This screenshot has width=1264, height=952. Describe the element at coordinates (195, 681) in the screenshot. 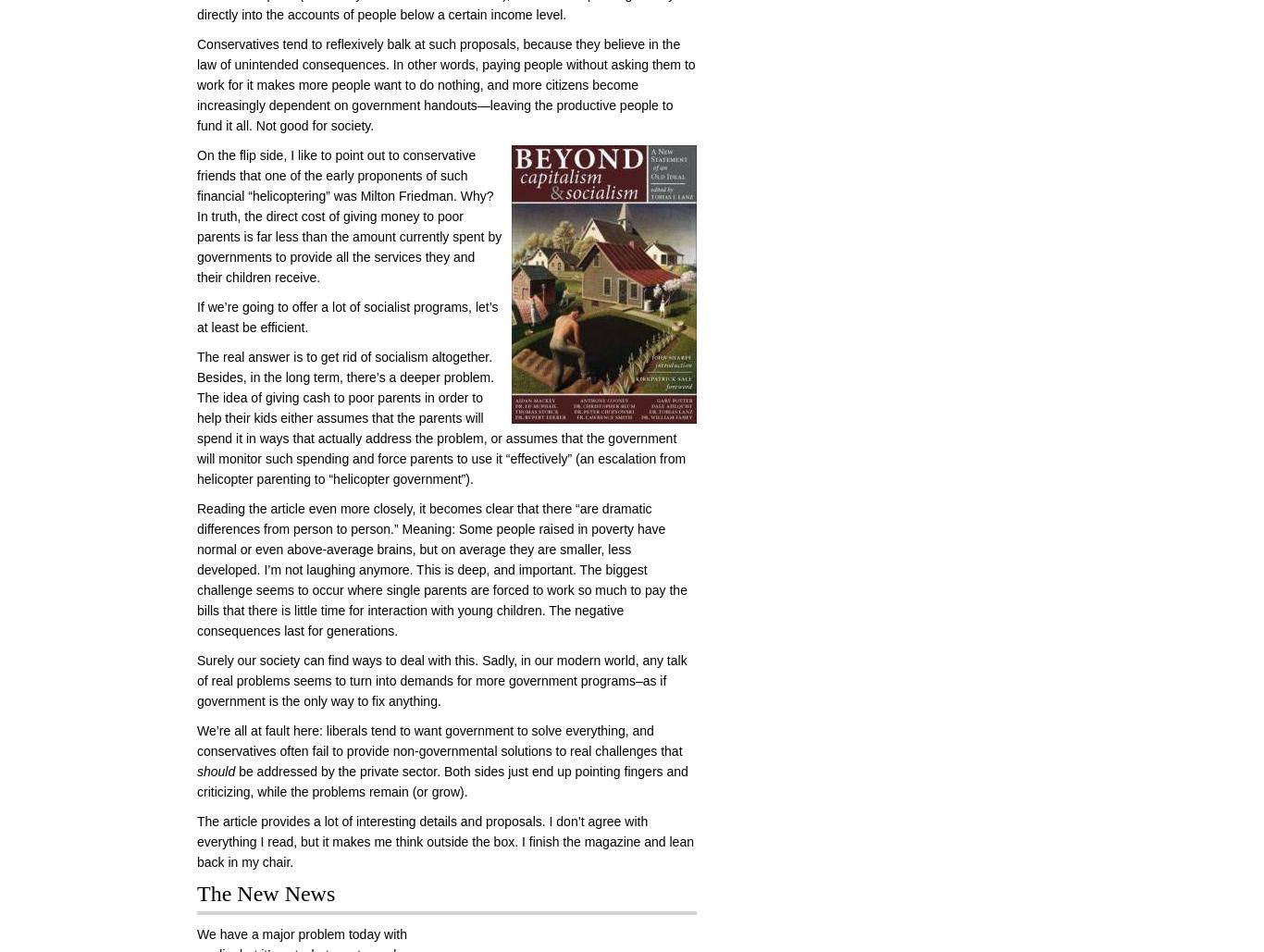

I see `'Surely our society can find ways to deal with this. Sadly, in our modern world, any talk of real problems seems to turn into demands for more government programs–as if government is the only way to fix anything.'` at that location.